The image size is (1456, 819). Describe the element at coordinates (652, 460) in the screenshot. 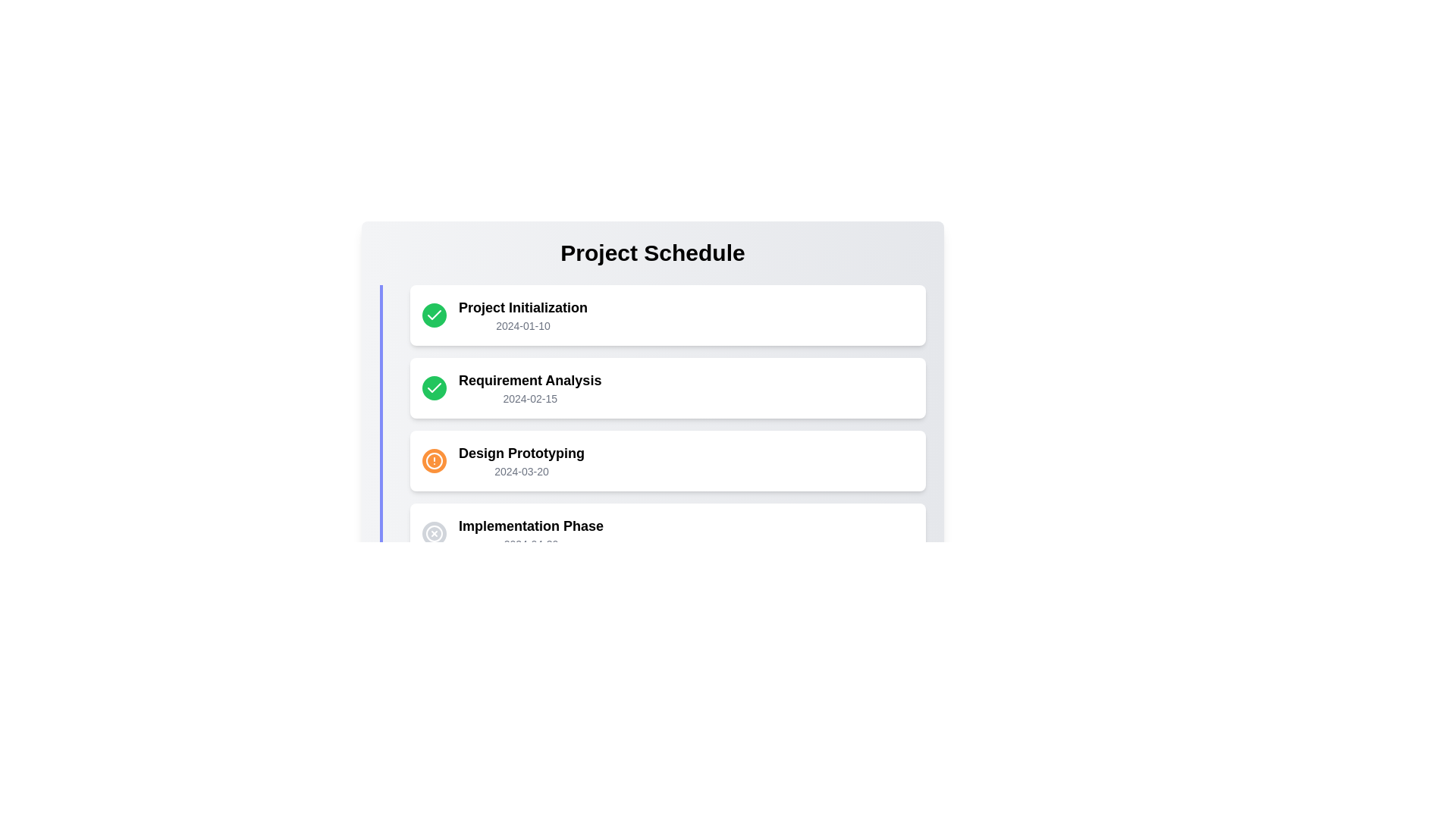

I see `the task card that represents a specific task or stage within the project timeline` at that location.